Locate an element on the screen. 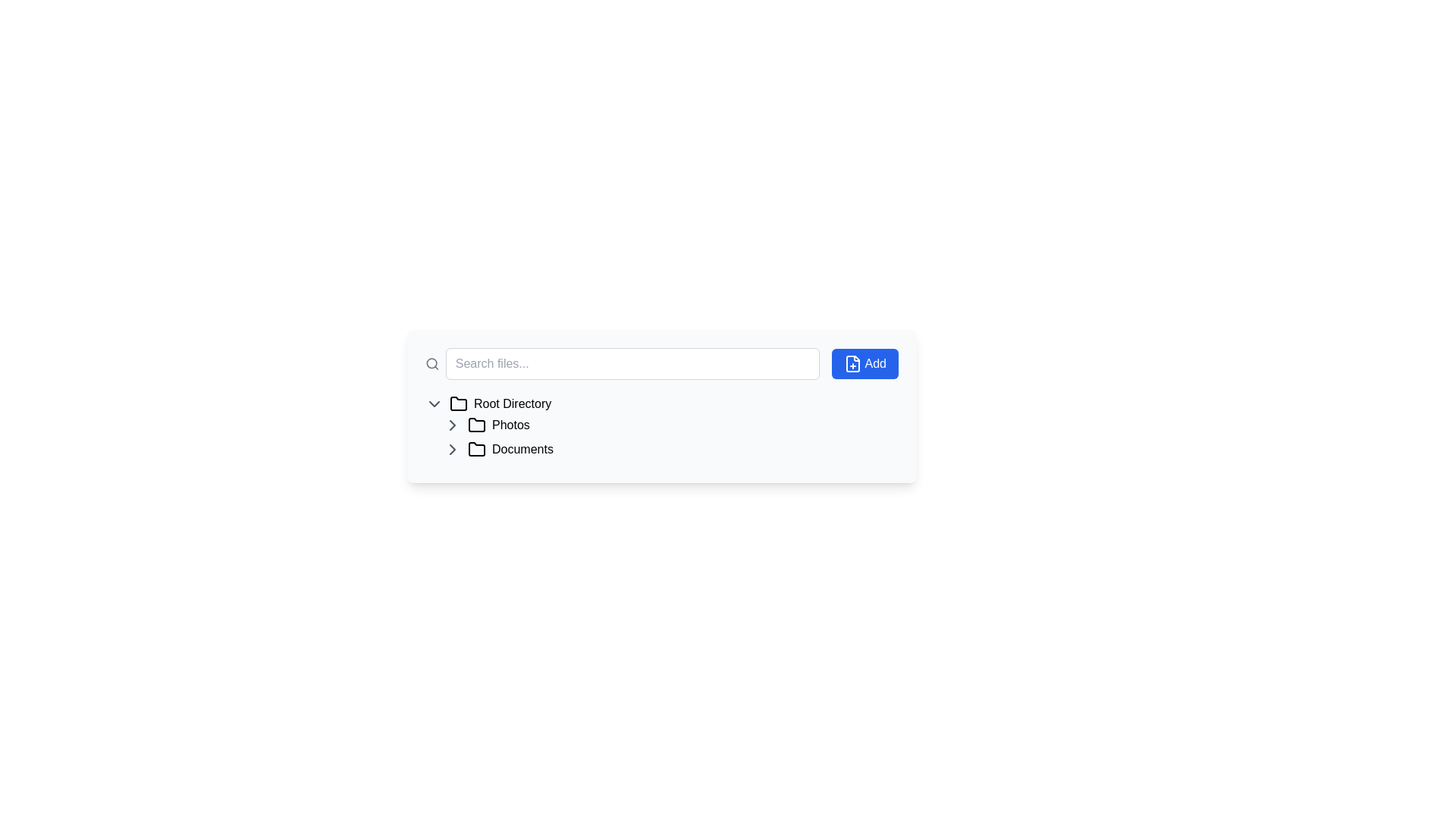 Image resolution: width=1456 pixels, height=819 pixels. on the 'Photos' text label, which is styled in a standard sans-serif font and positioned adjacent is located at coordinates (510, 425).